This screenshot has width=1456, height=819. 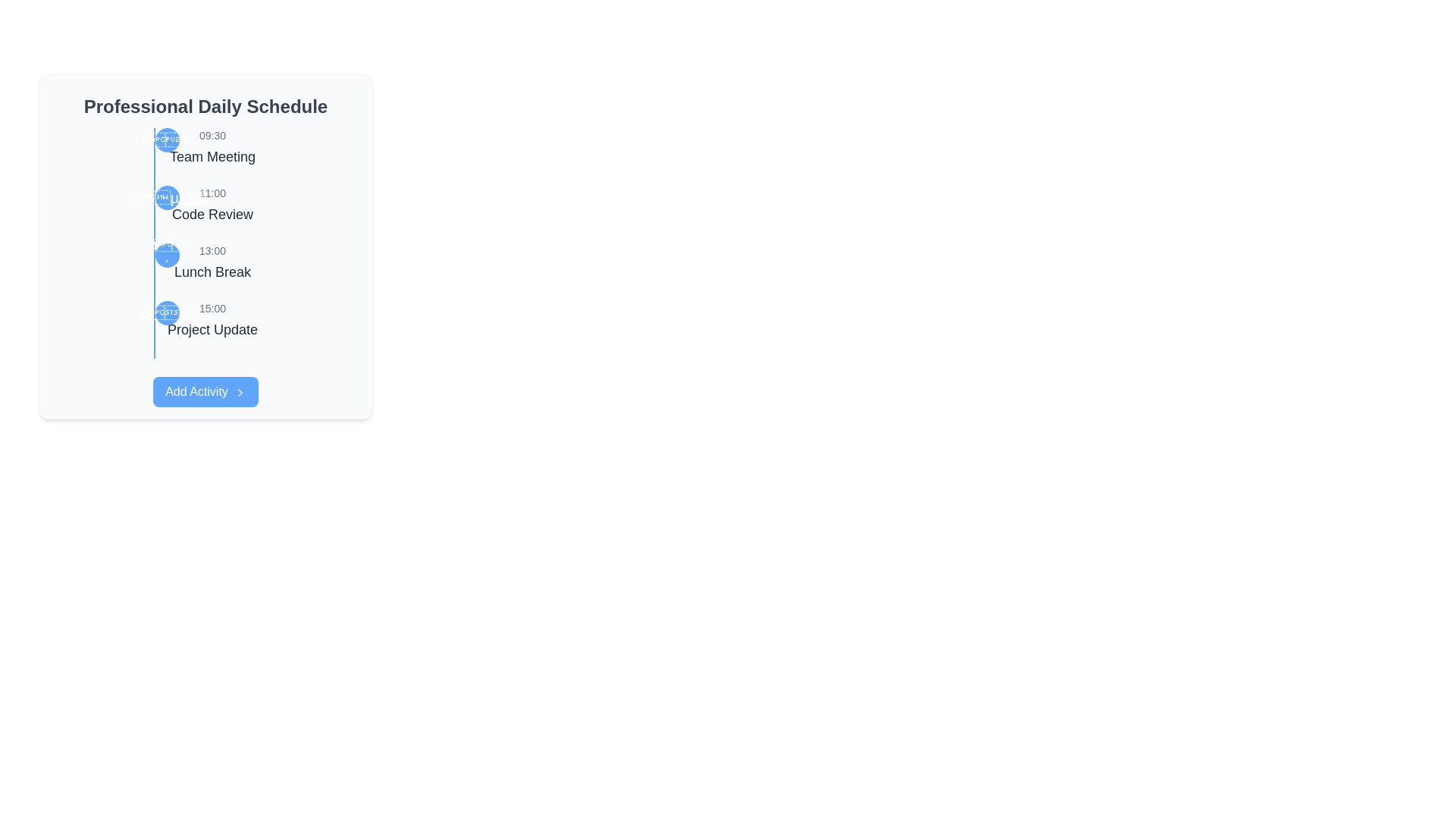 What do you see at coordinates (212, 214) in the screenshot?
I see `the 'Code Review' text label in the vertical schedule list, which is the second item beneath 'Team Meeting'` at bounding box center [212, 214].